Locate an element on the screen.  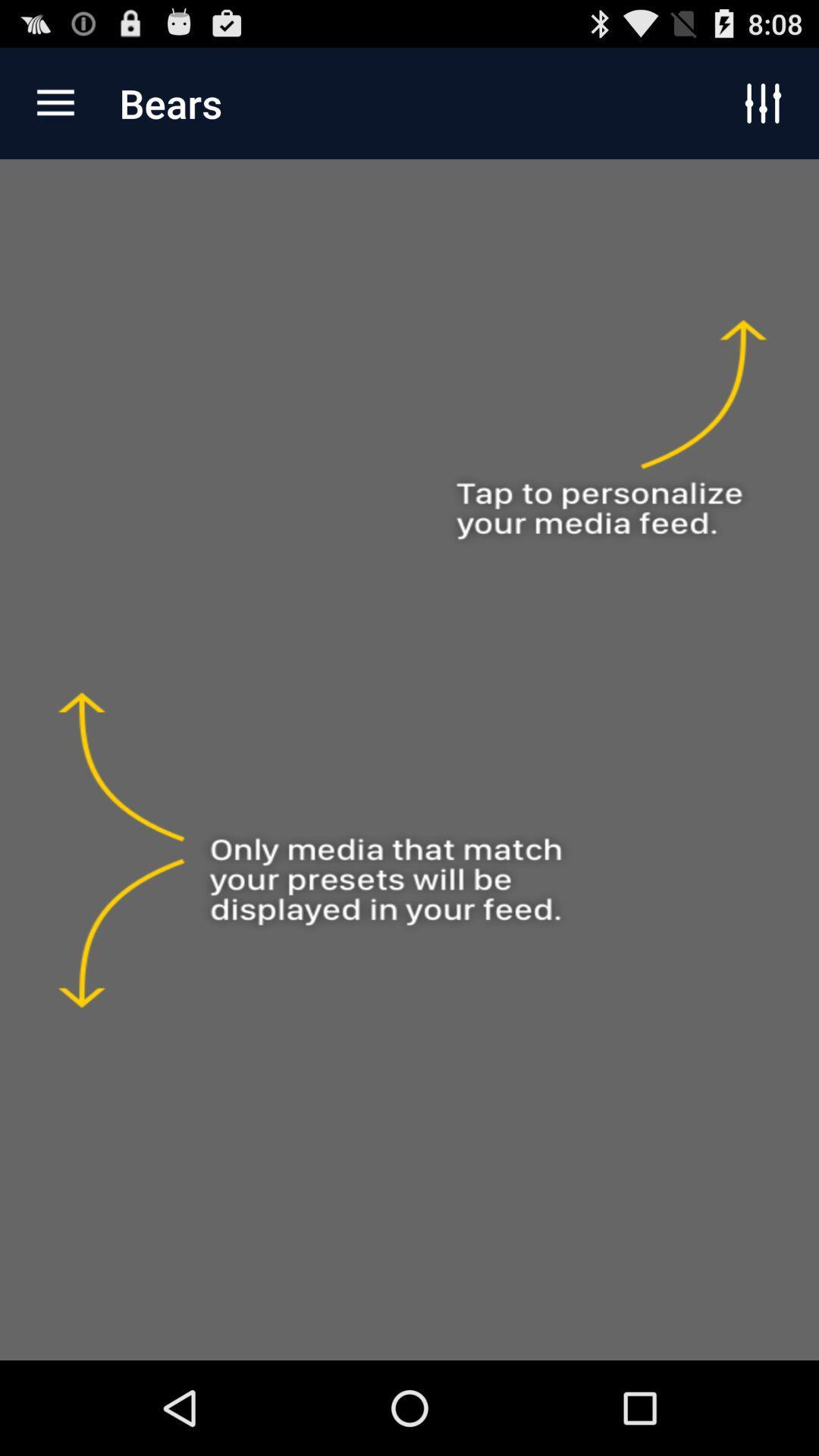
display media feed is located at coordinates (409, 760).